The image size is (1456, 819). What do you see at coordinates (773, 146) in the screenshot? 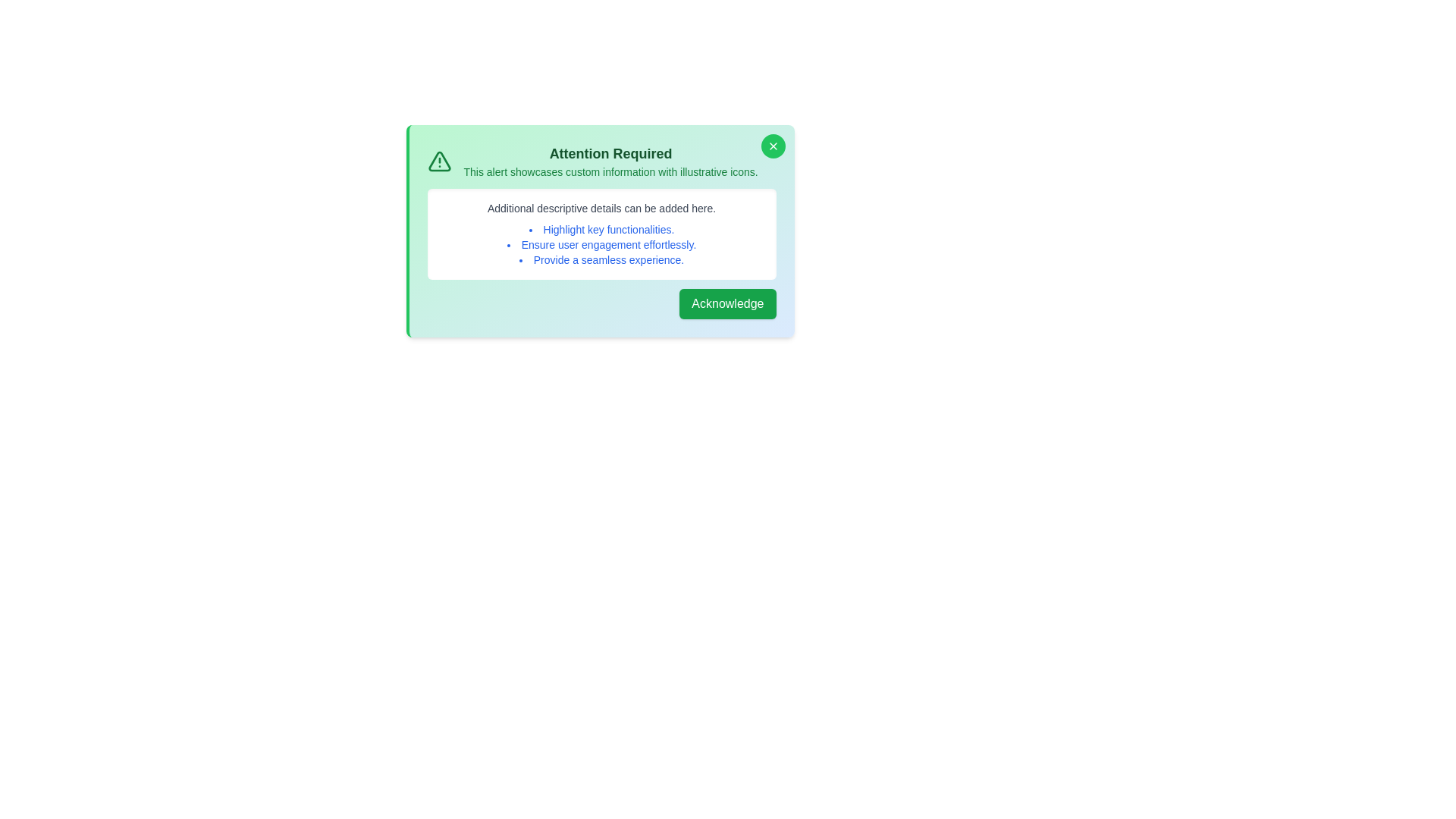
I see `the 'X' button to close the alert` at bounding box center [773, 146].